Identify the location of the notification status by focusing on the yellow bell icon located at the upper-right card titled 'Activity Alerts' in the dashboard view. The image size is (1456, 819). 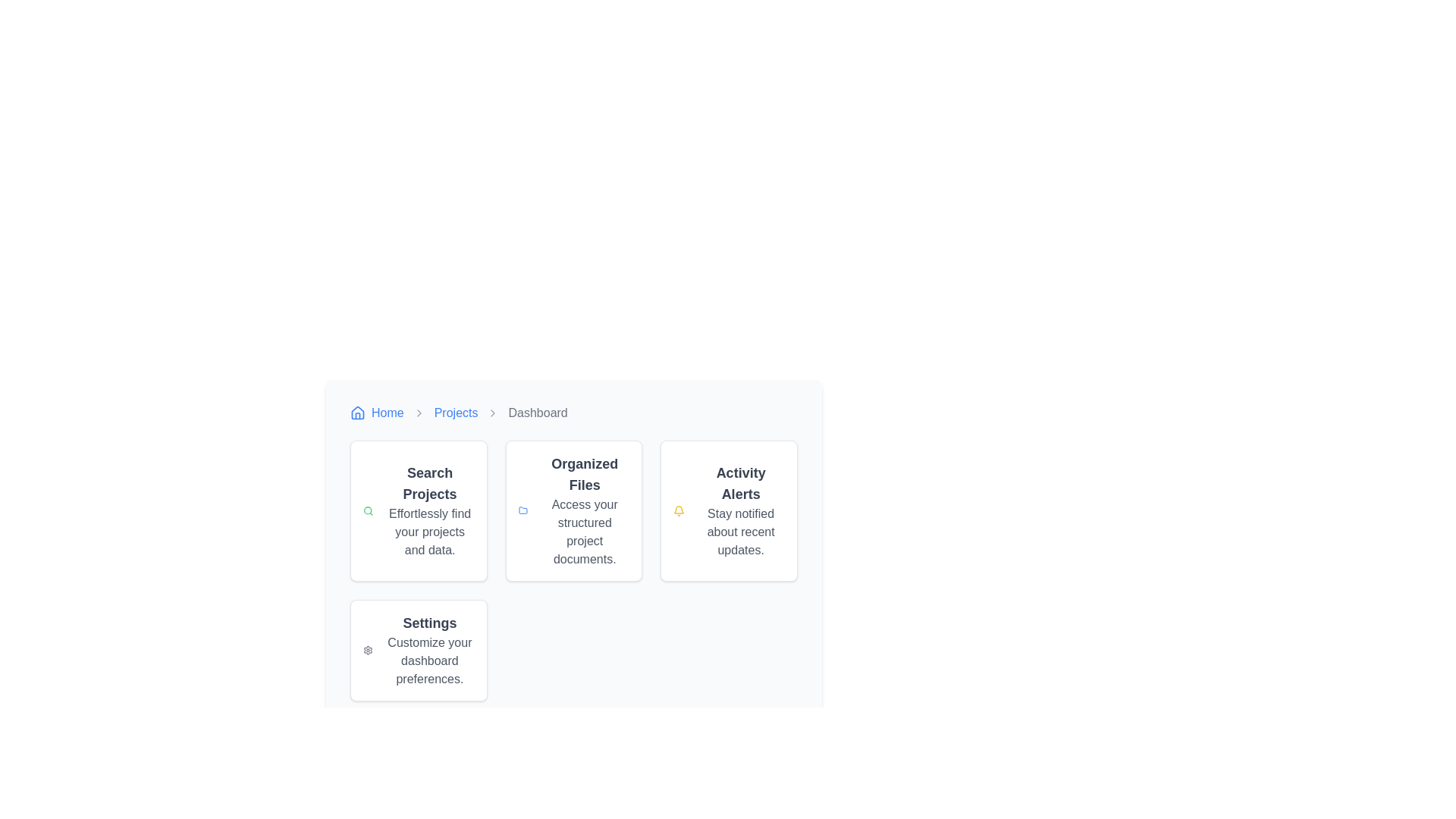
(678, 510).